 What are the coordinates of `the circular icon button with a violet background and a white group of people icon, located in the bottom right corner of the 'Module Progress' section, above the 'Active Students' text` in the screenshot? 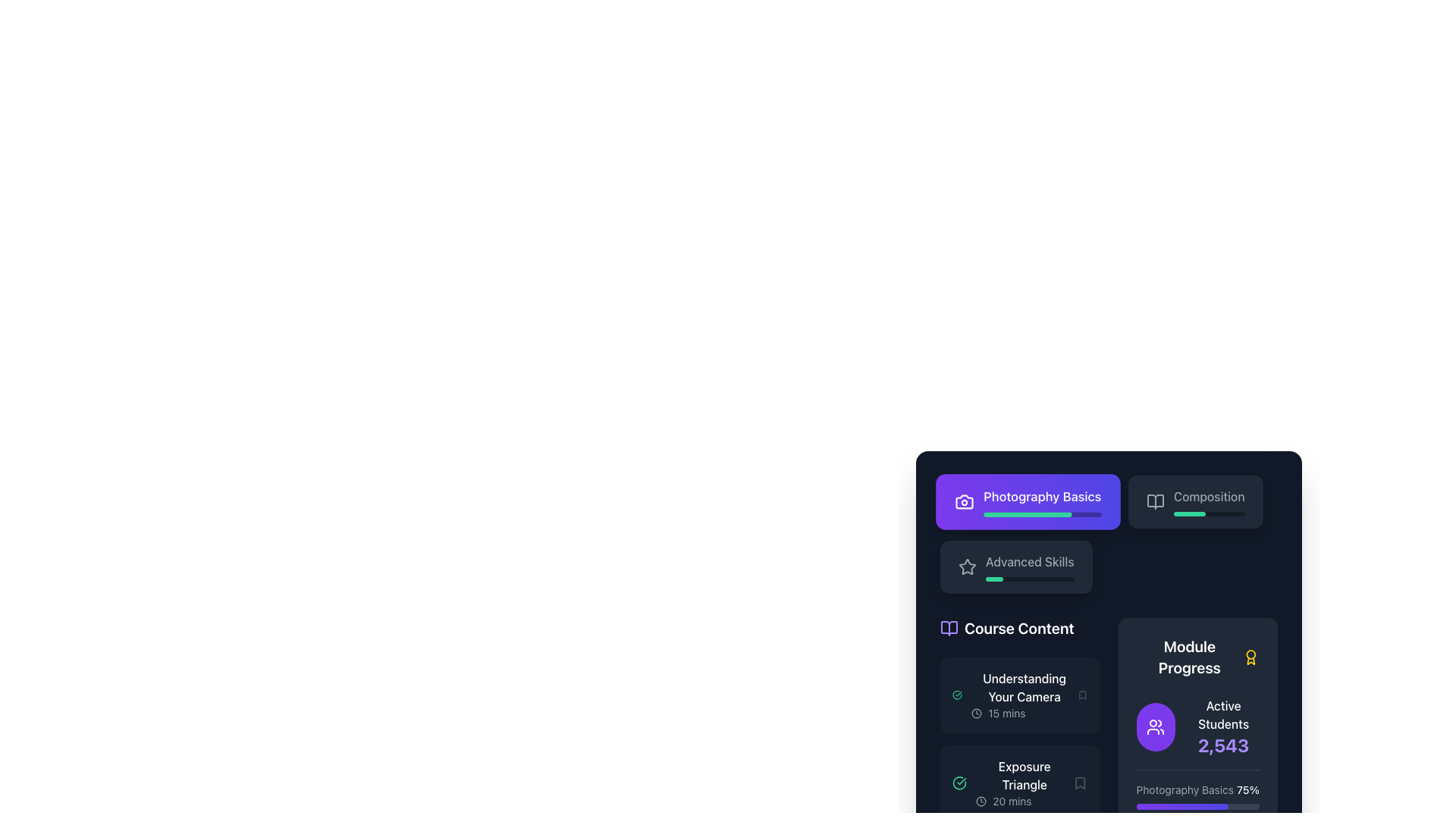 It's located at (1155, 726).